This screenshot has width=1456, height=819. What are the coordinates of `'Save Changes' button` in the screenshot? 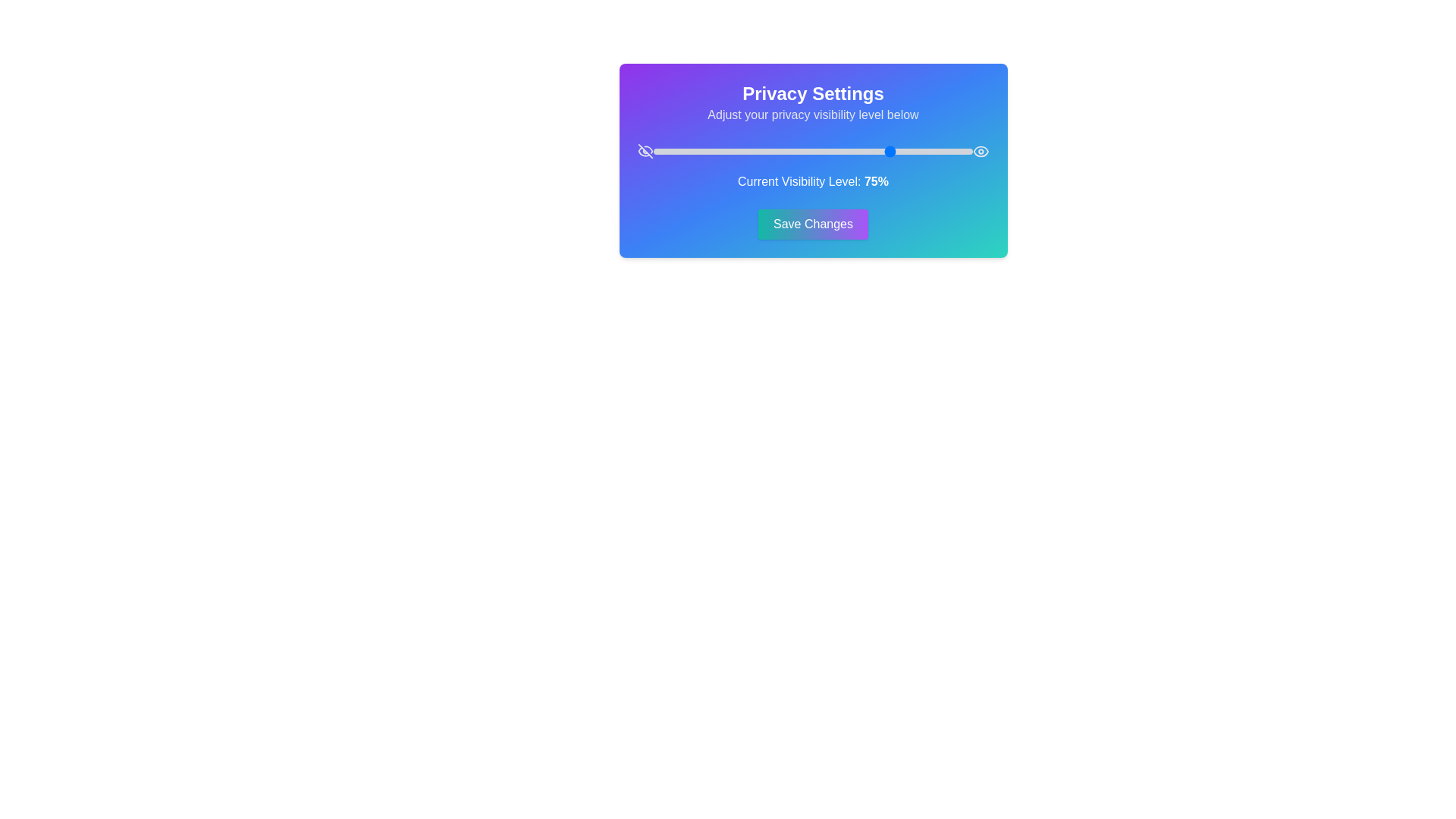 It's located at (812, 224).